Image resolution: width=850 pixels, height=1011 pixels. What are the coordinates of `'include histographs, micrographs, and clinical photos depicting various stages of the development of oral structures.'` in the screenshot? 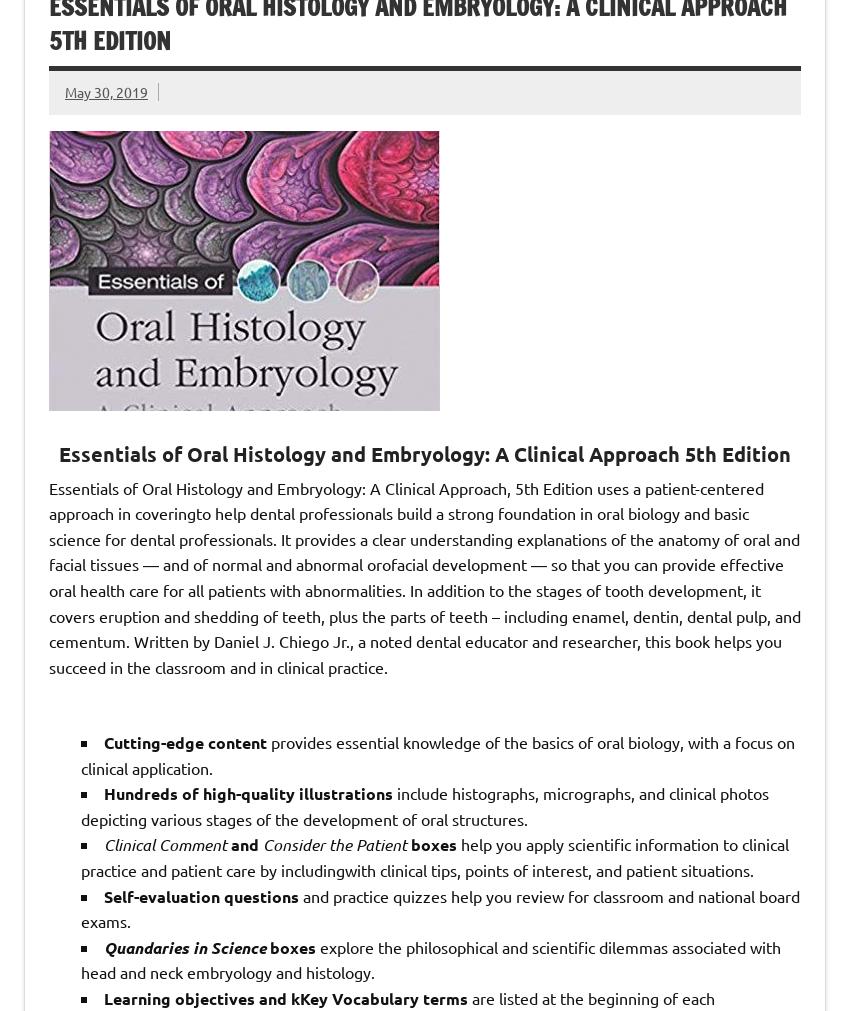 It's located at (425, 804).